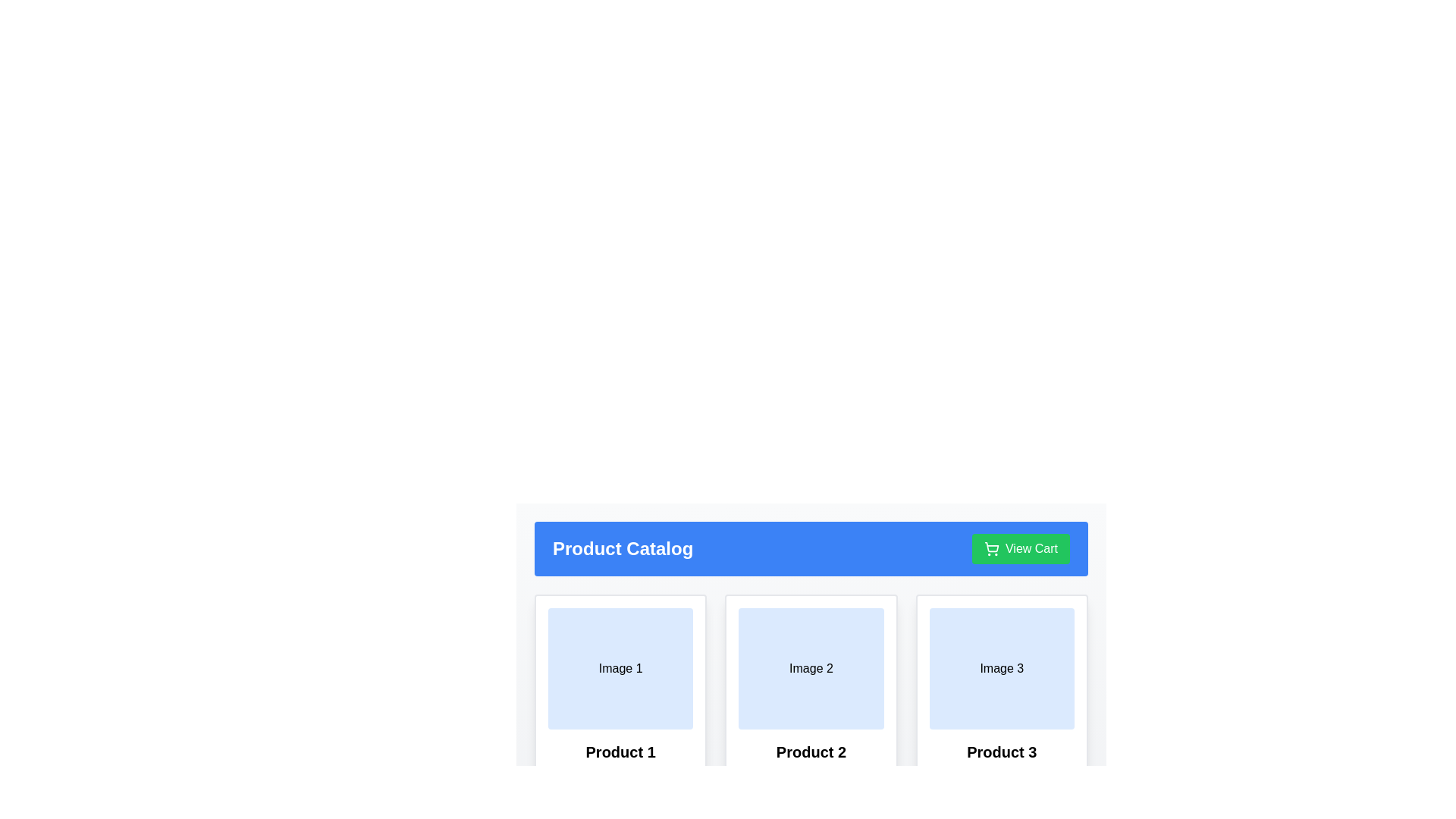 This screenshot has height=819, width=1456. Describe the element at coordinates (811, 752) in the screenshot. I see `text content of the bold-styled text label that displays 'Product 2', located beneath 'Image 2' in the second card of a three-card horizontal layout` at that location.